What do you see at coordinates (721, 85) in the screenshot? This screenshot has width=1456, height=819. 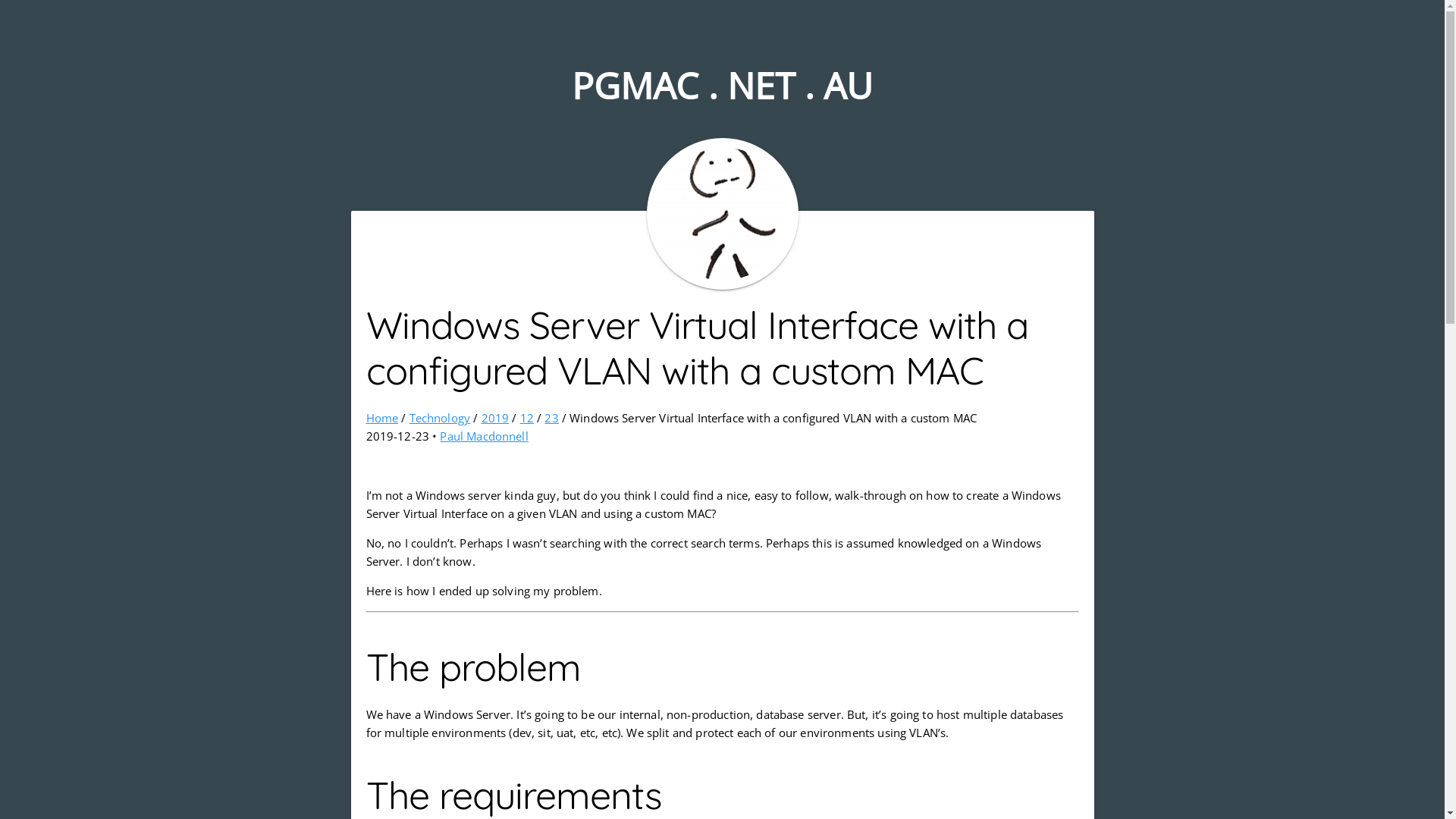 I see `'PGMAC . NET . AU'` at bounding box center [721, 85].